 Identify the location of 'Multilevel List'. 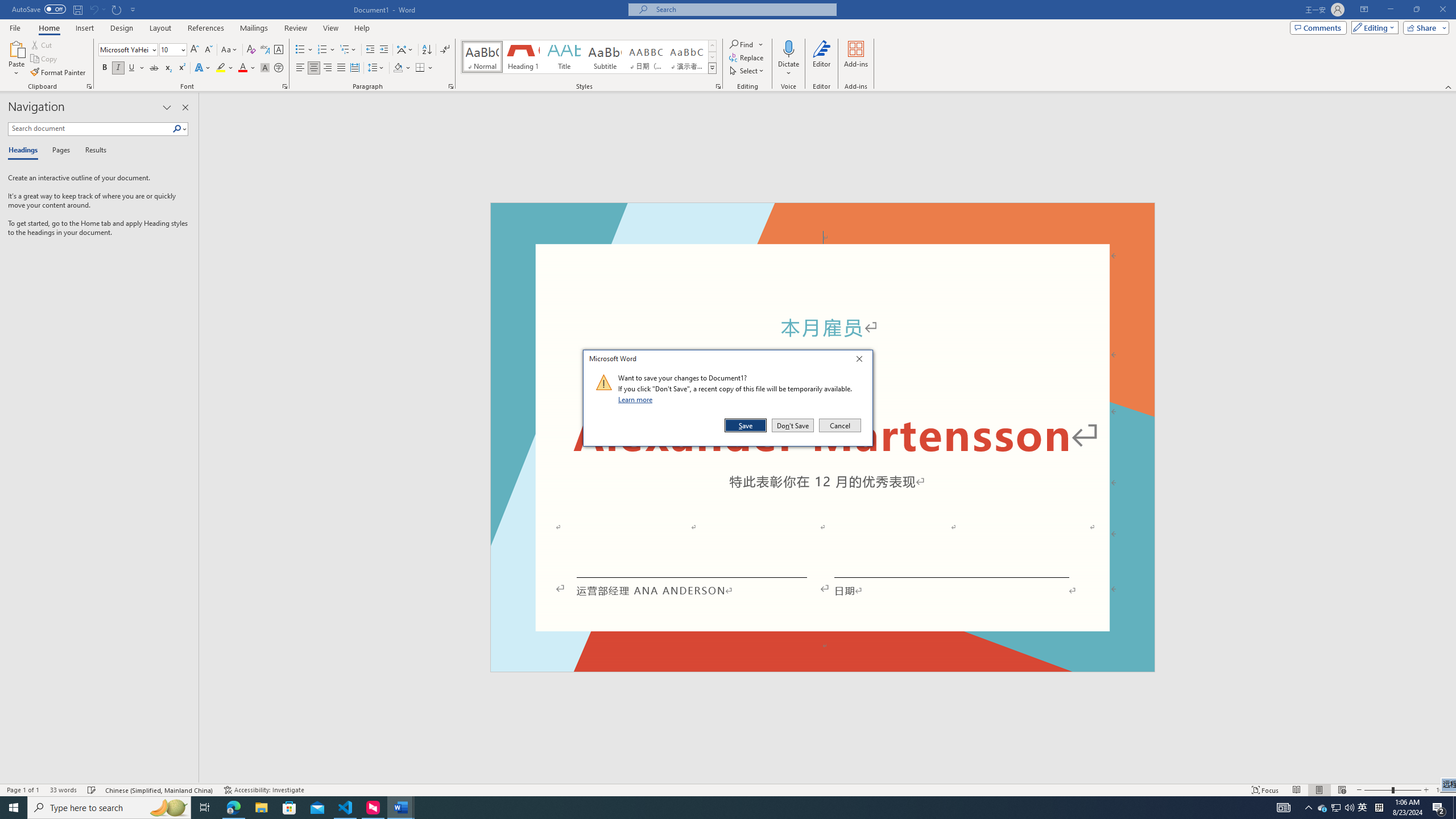
(348, 49).